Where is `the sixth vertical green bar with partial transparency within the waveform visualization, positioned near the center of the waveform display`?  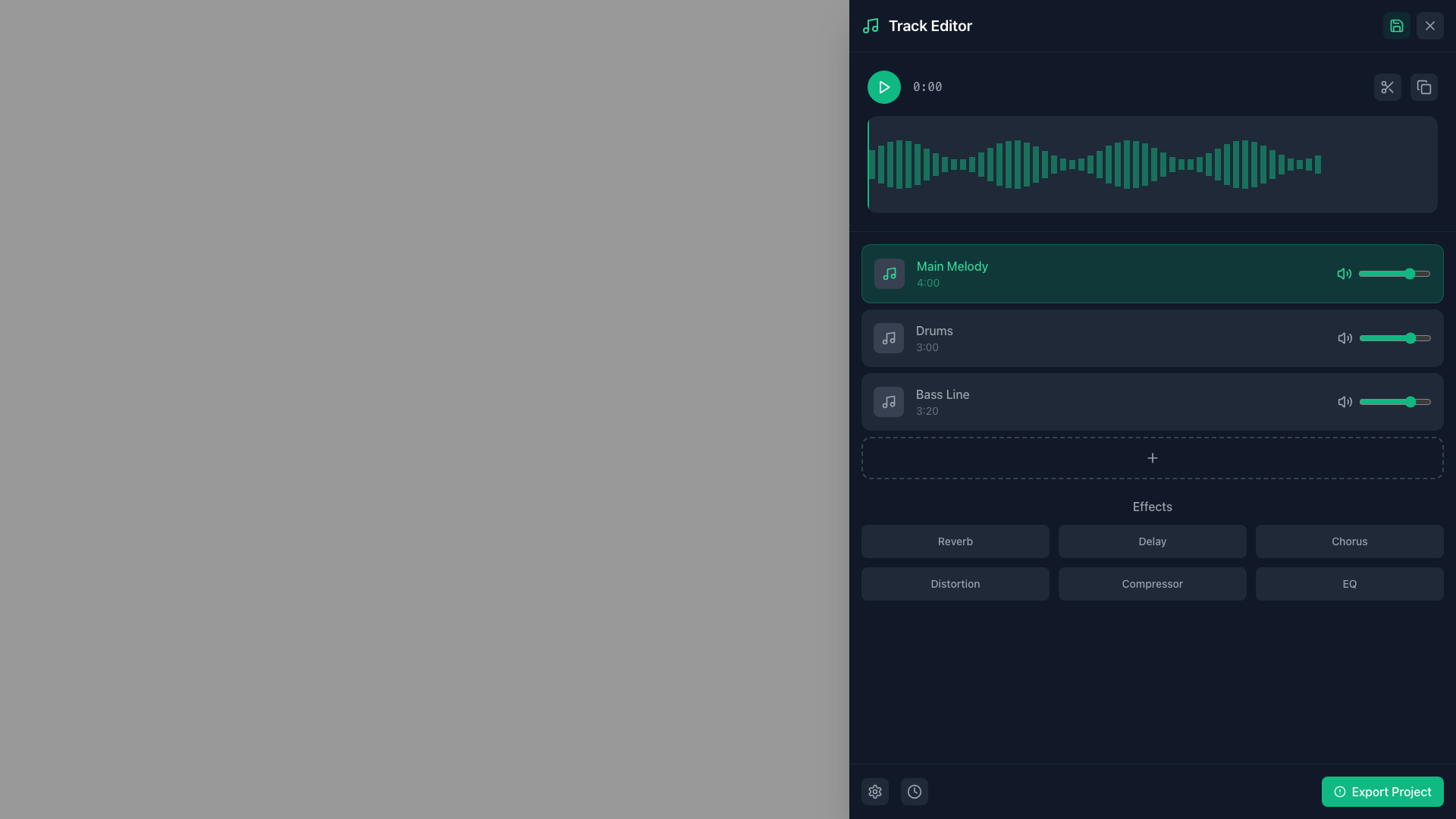
the sixth vertical green bar with partial transparency within the waveform visualization, positioned near the center of the waveform display is located at coordinates (916, 164).